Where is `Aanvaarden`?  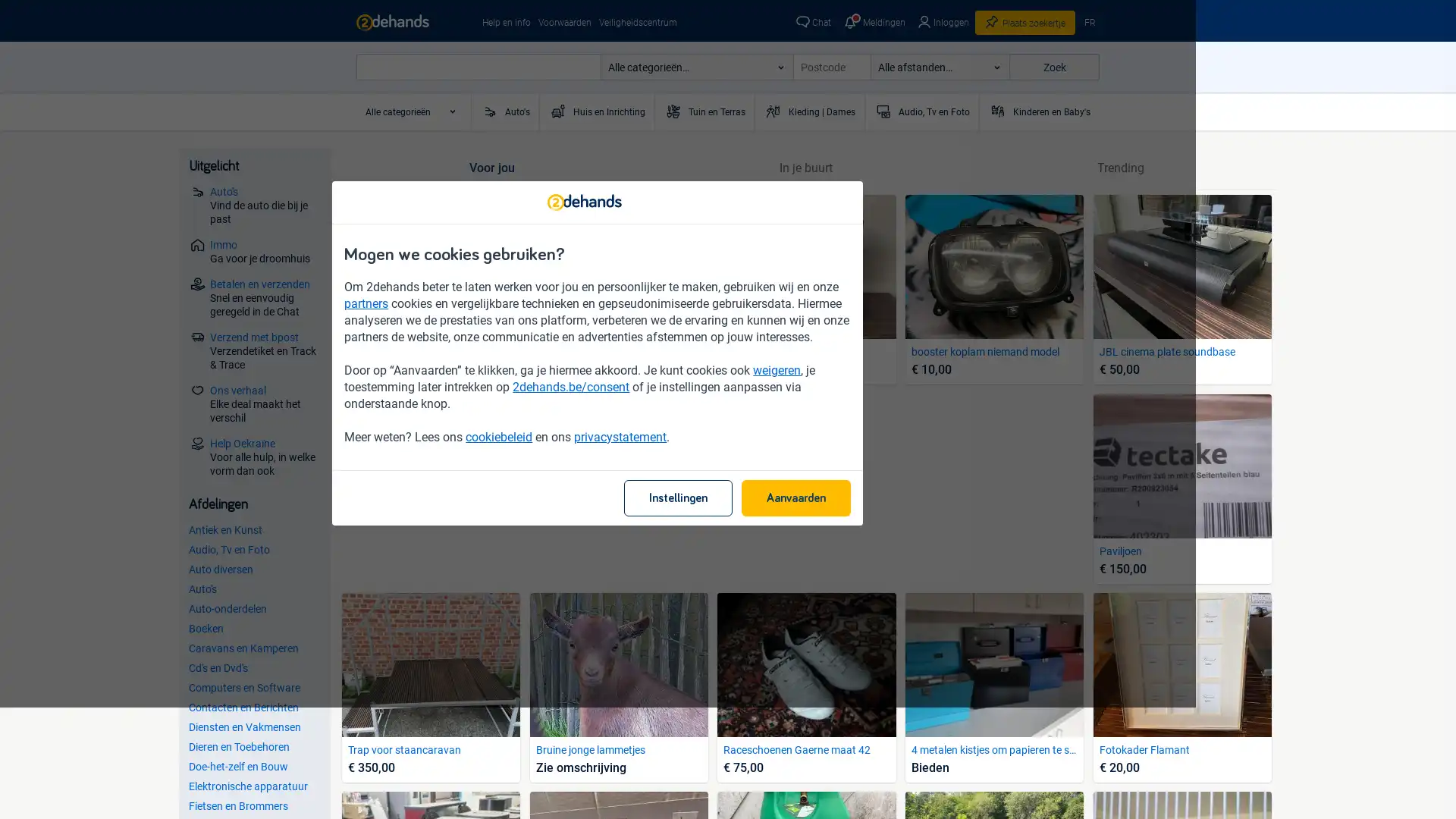 Aanvaarden is located at coordinates (926, 554).